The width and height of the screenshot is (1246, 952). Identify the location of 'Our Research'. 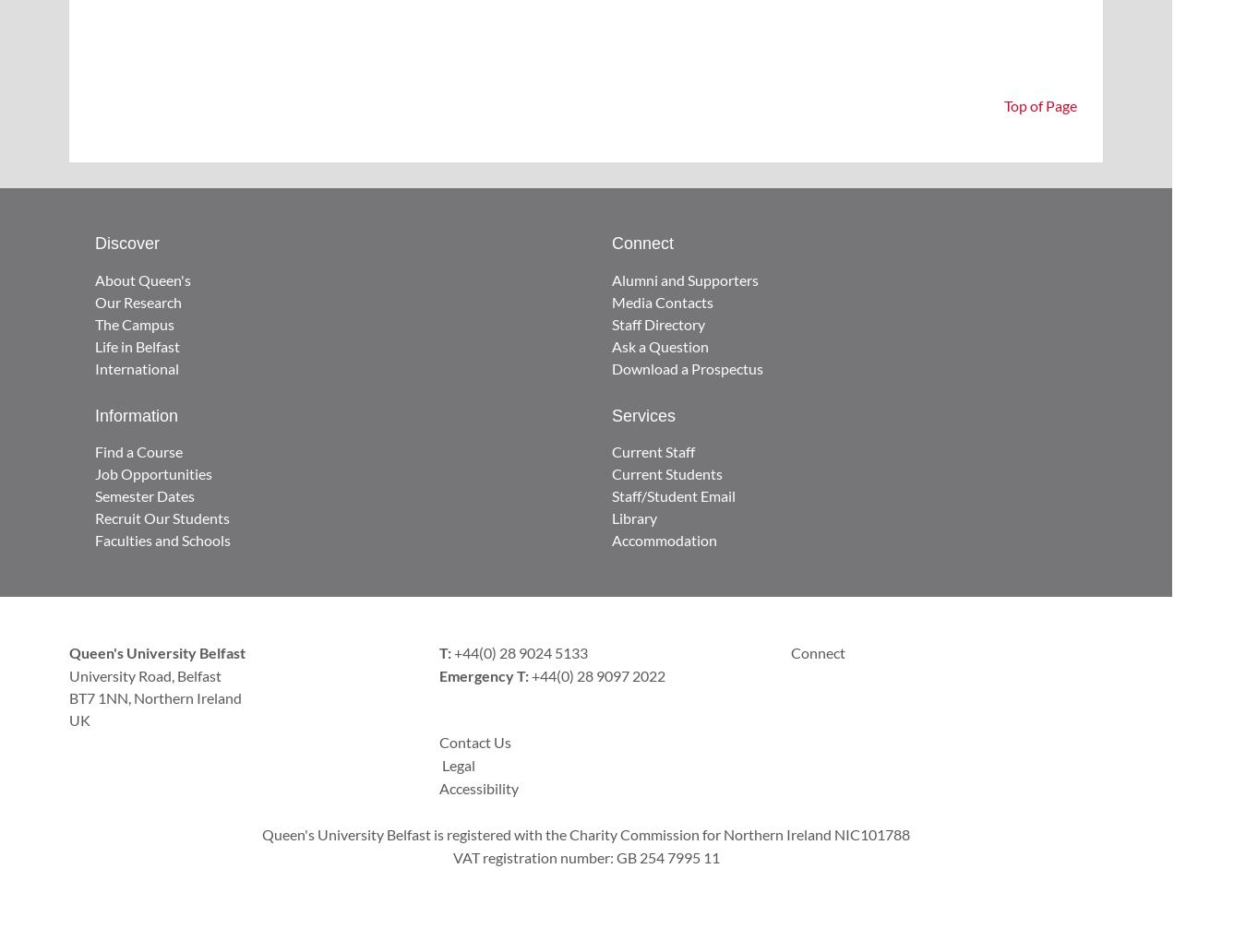
(138, 301).